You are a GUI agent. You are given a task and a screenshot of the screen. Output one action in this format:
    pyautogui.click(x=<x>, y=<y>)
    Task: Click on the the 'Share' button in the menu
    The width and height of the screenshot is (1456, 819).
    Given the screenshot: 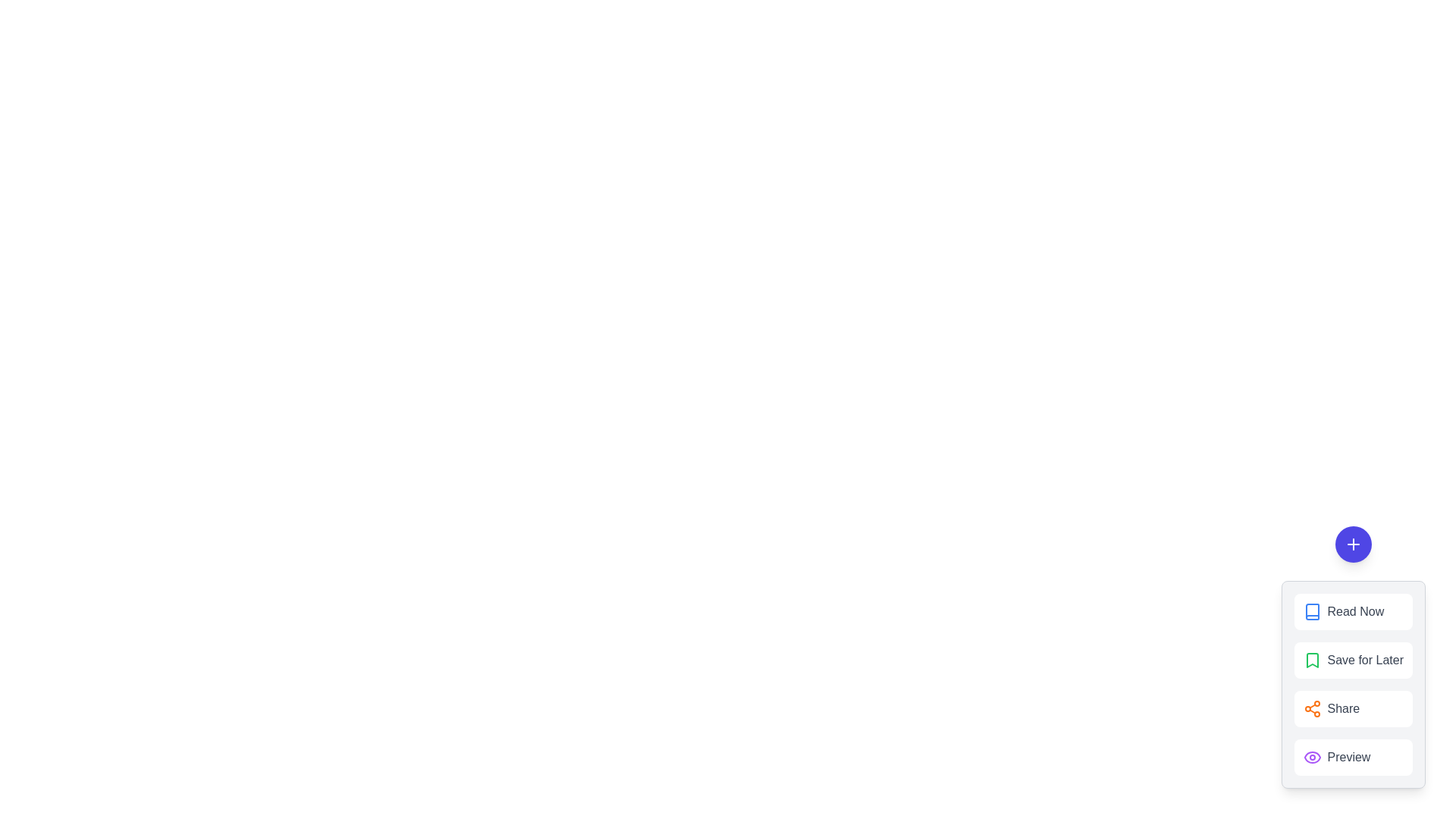 What is the action you would take?
    pyautogui.click(x=1353, y=708)
    